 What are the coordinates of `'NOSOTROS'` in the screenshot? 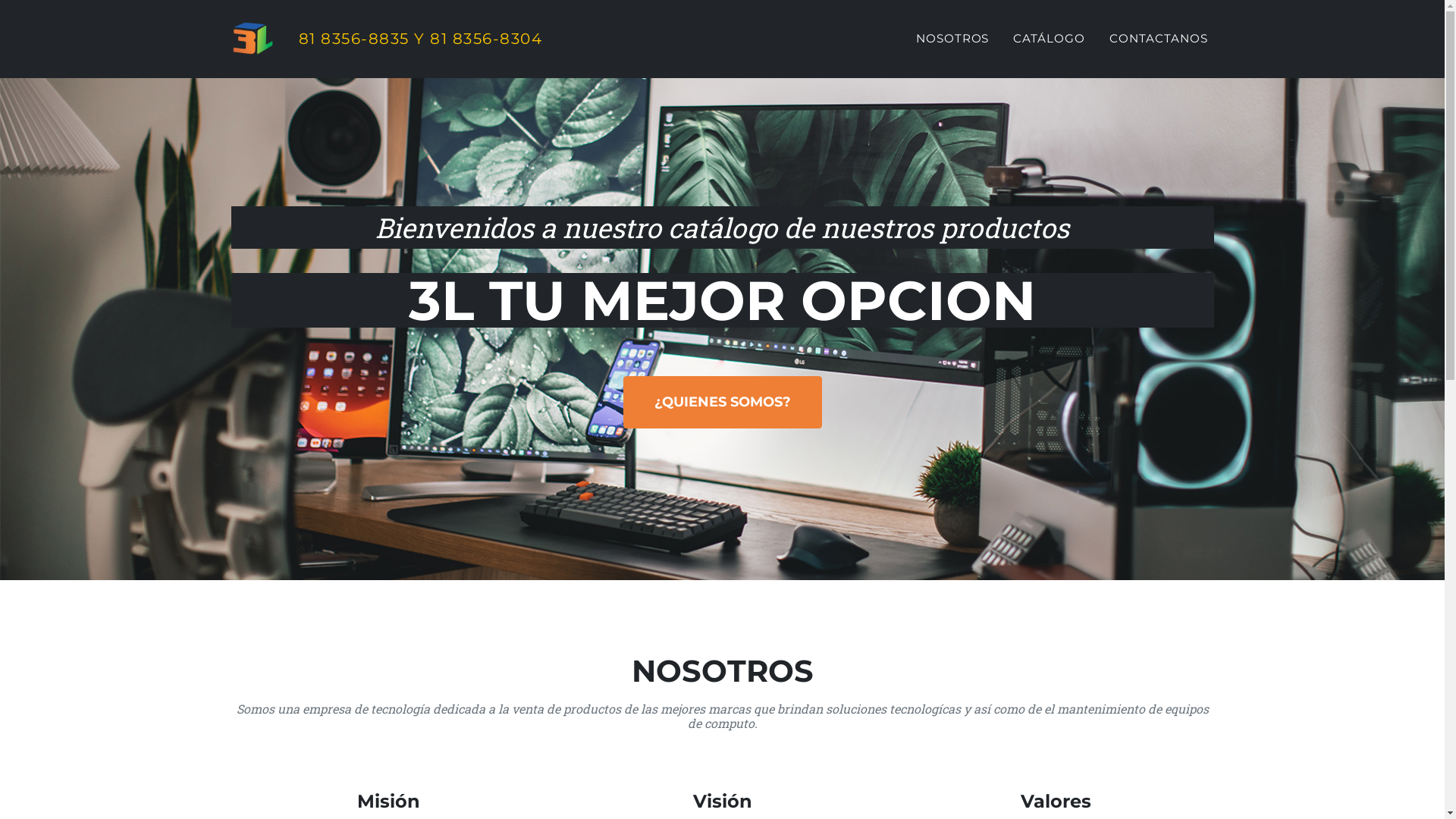 It's located at (952, 38).